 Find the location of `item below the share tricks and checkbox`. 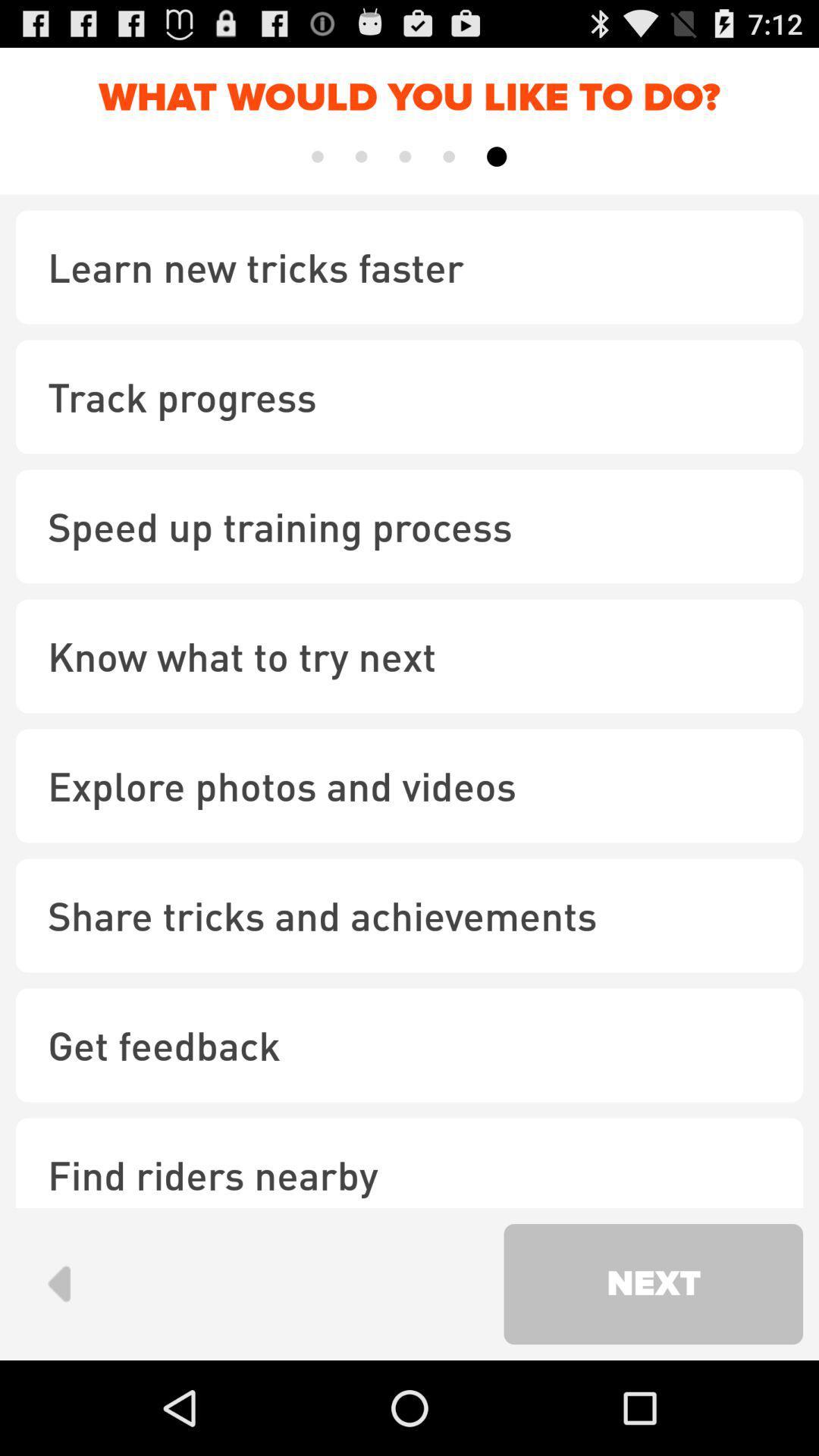

item below the share tricks and checkbox is located at coordinates (409, 1044).